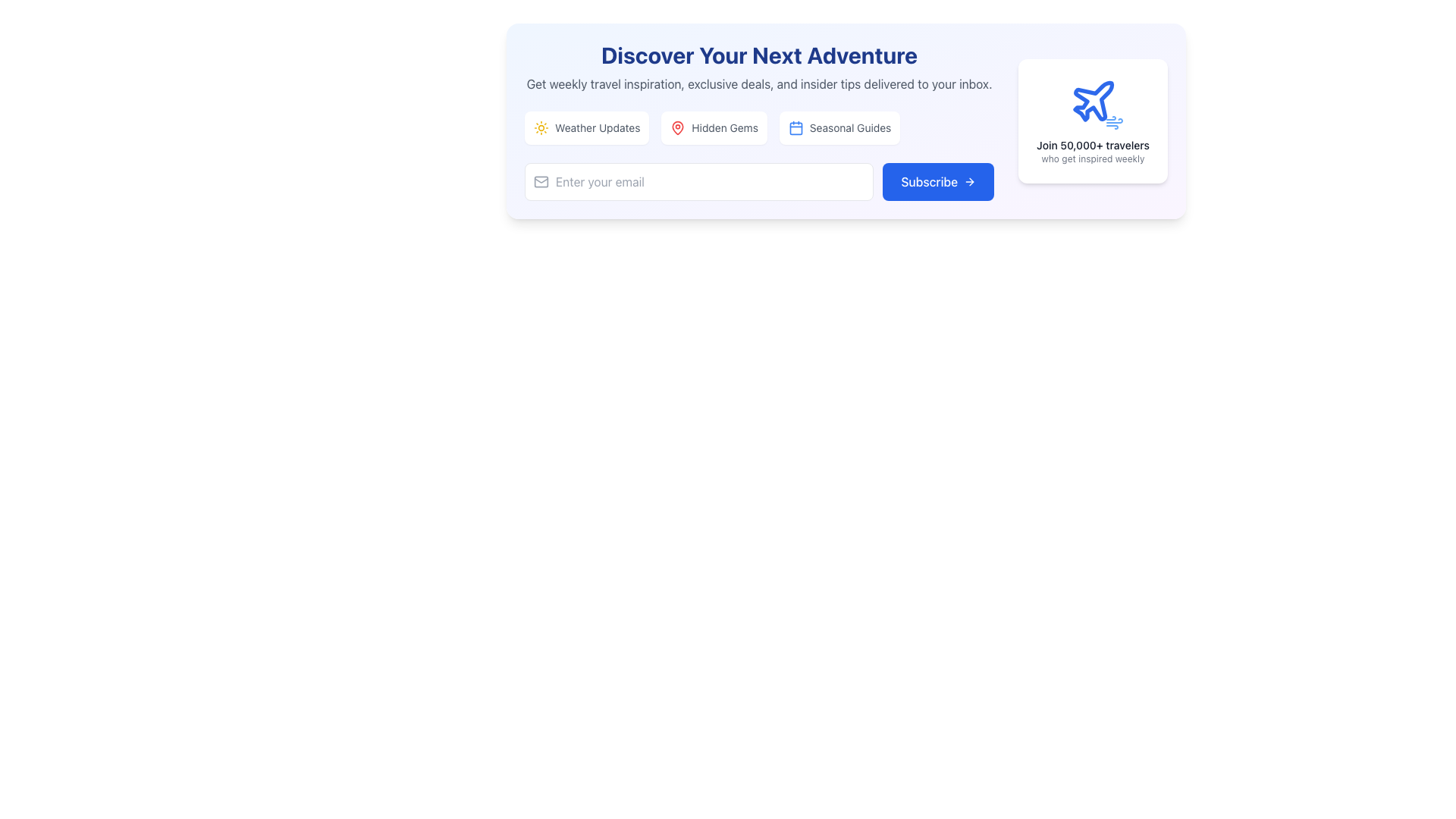 This screenshot has width=1456, height=819. I want to click on the chevron arrow icon oriented to the right located at the bottom right of the 'Subscribe' button, so click(971, 180).